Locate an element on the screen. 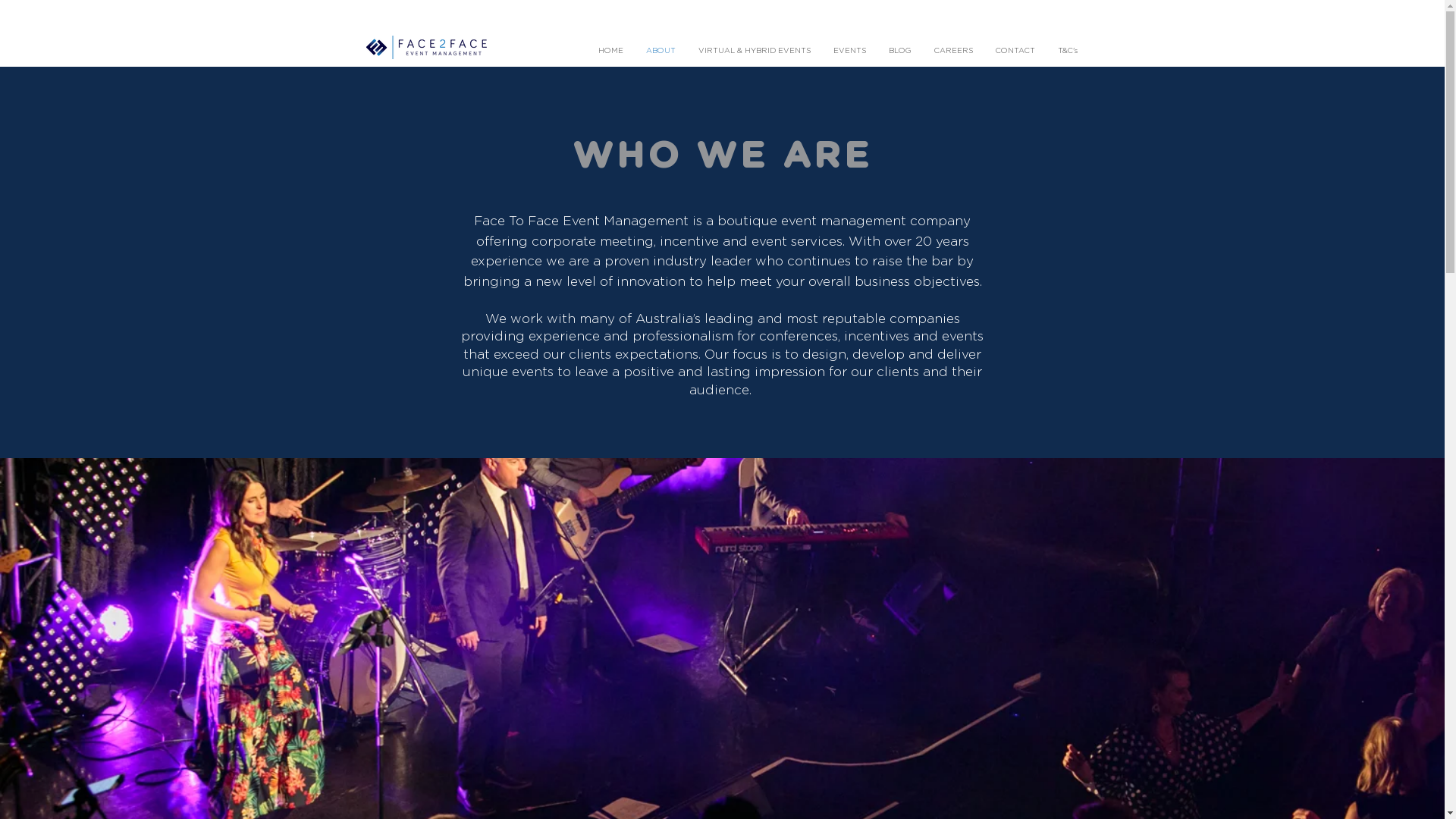 The image size is (1456, 819). 'T&C's' is located at coordinates (1066, 50).